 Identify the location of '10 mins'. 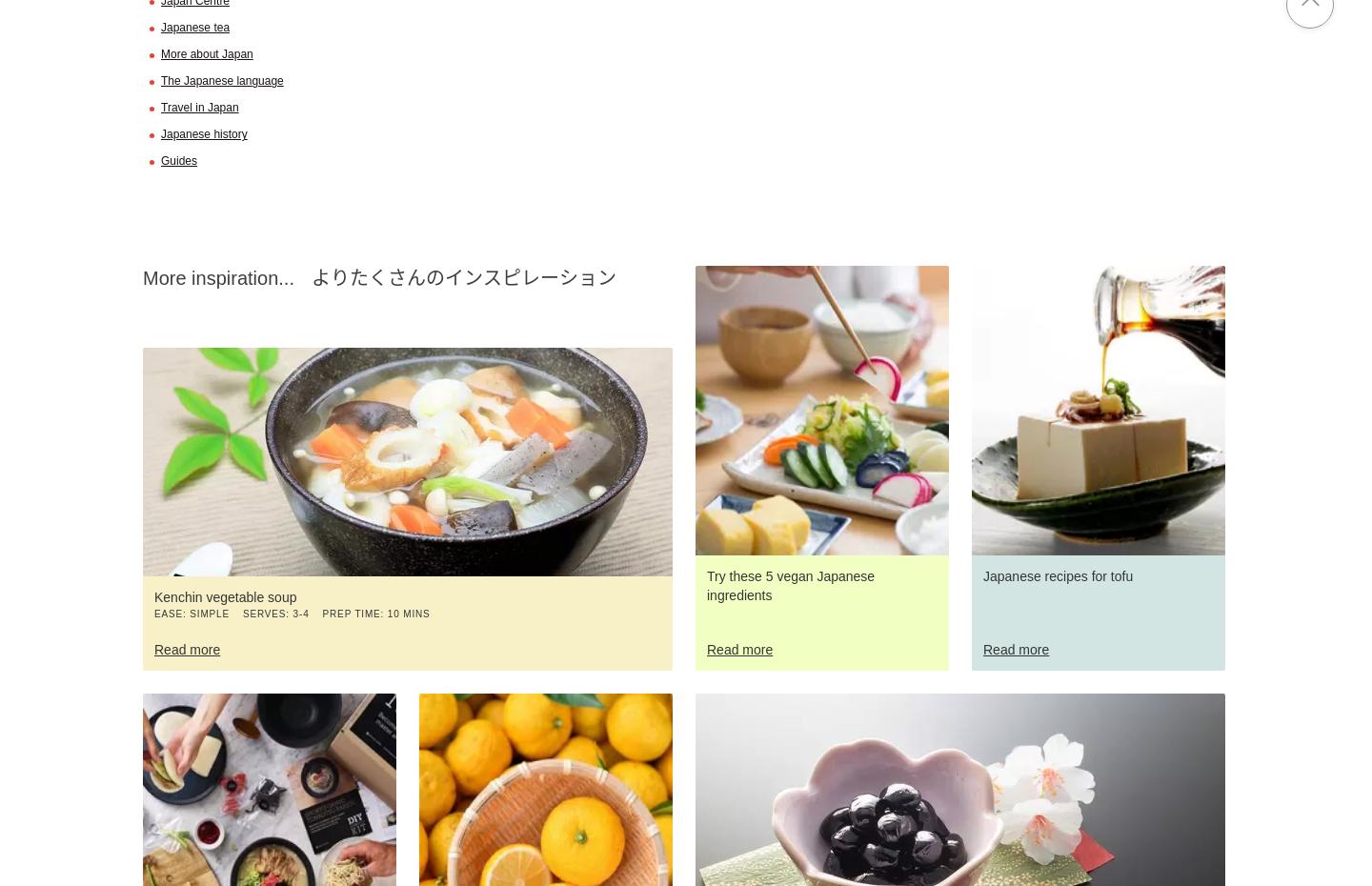
(408, 613).